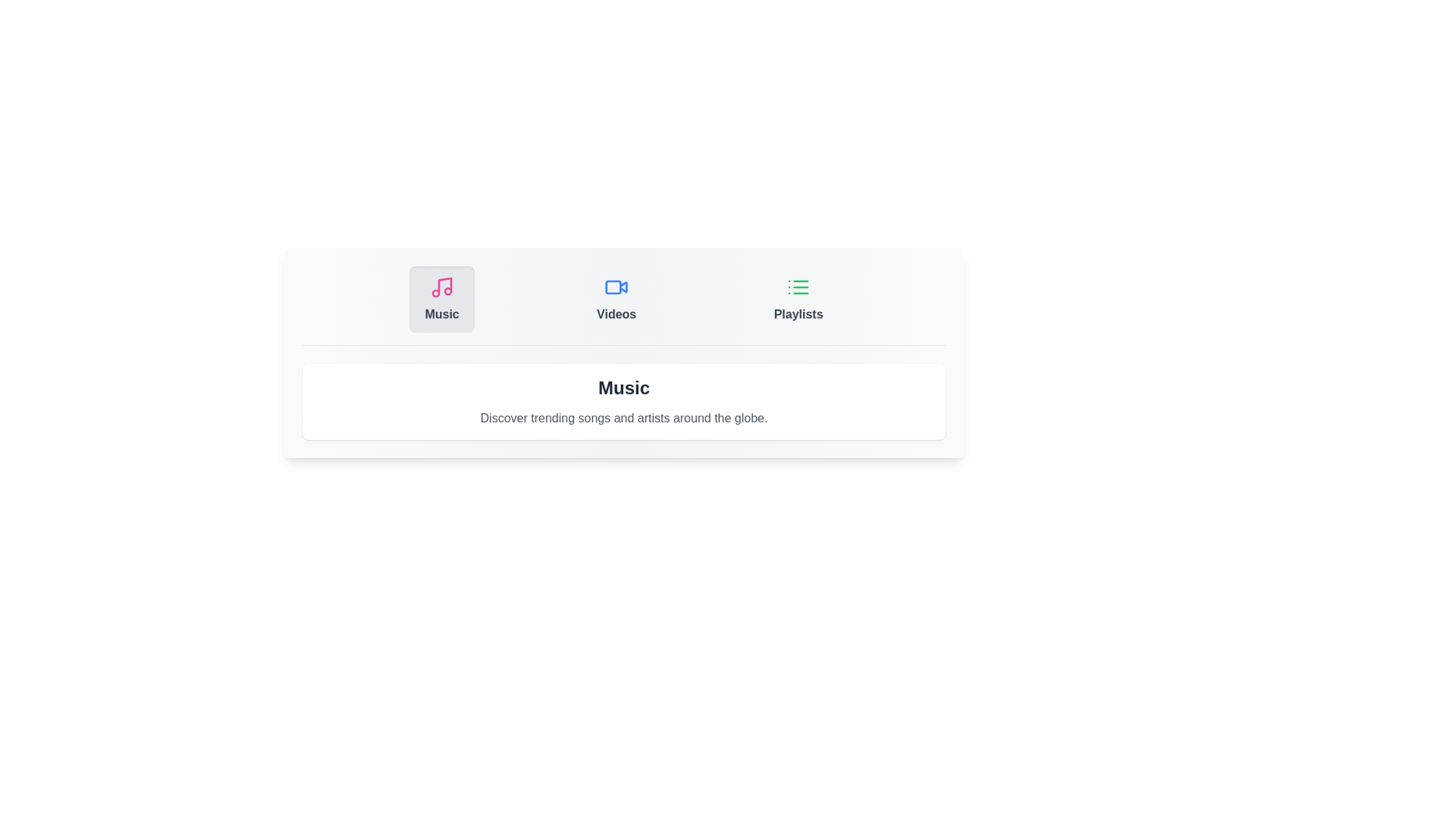  I want to click on the tab labeled Playlists, so click(797, 299).